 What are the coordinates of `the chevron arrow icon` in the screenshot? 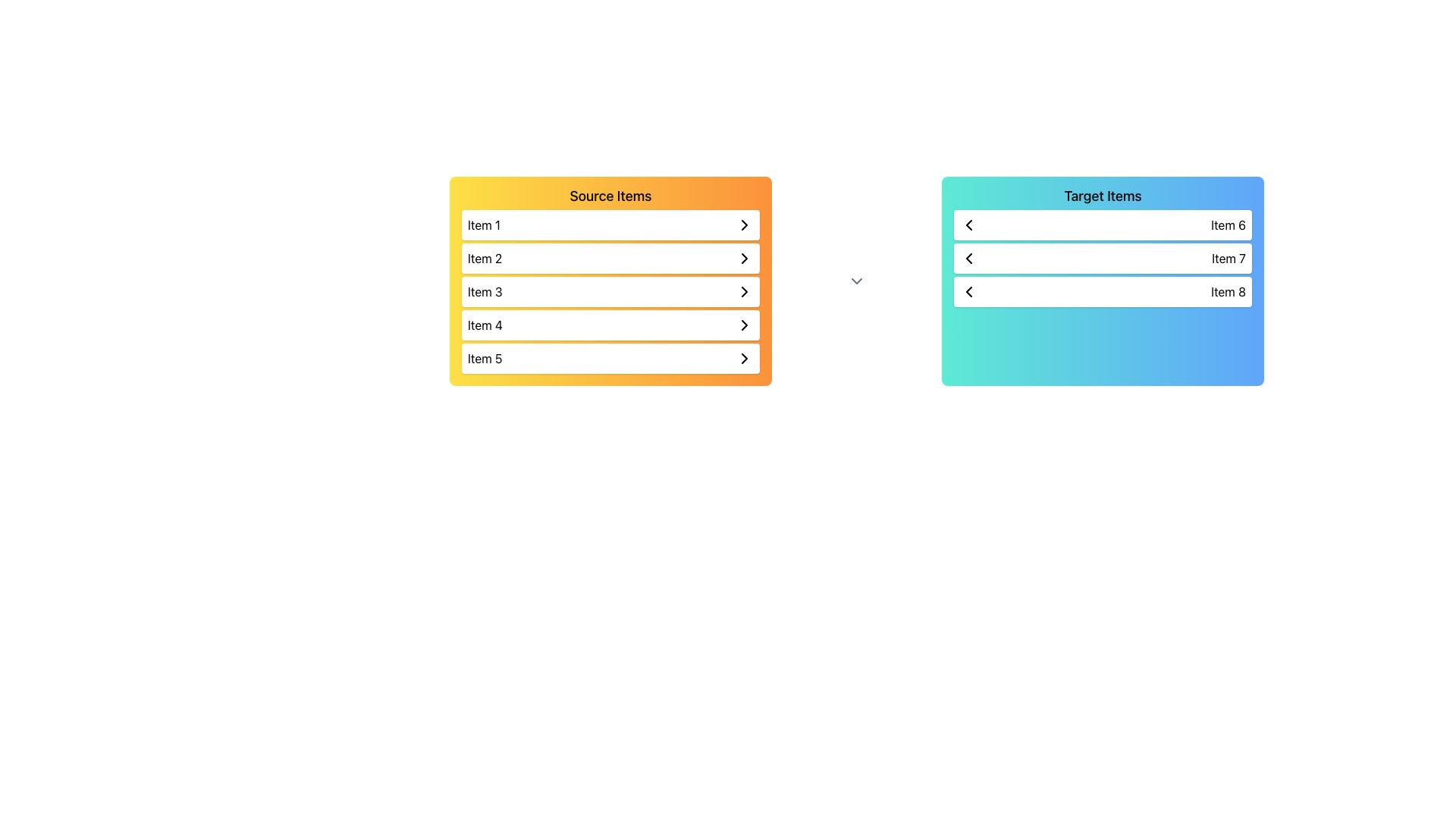 It's located at (744, 225).